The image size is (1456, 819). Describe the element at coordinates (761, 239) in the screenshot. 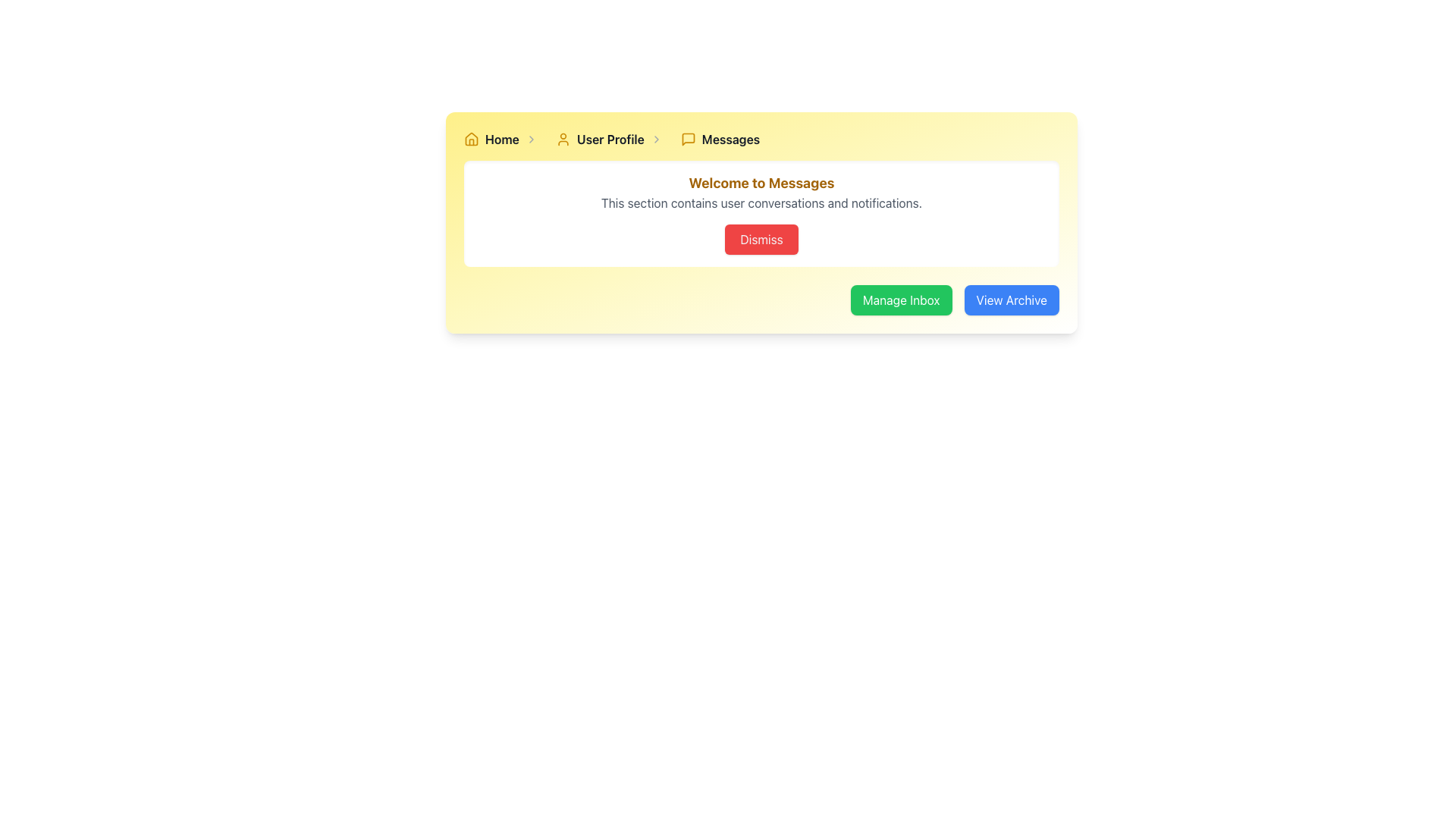

I see `the dismiss button that allows the user to dismiss a message or notification, which is the first button in a horizontally arranged group of buttons` at that location.